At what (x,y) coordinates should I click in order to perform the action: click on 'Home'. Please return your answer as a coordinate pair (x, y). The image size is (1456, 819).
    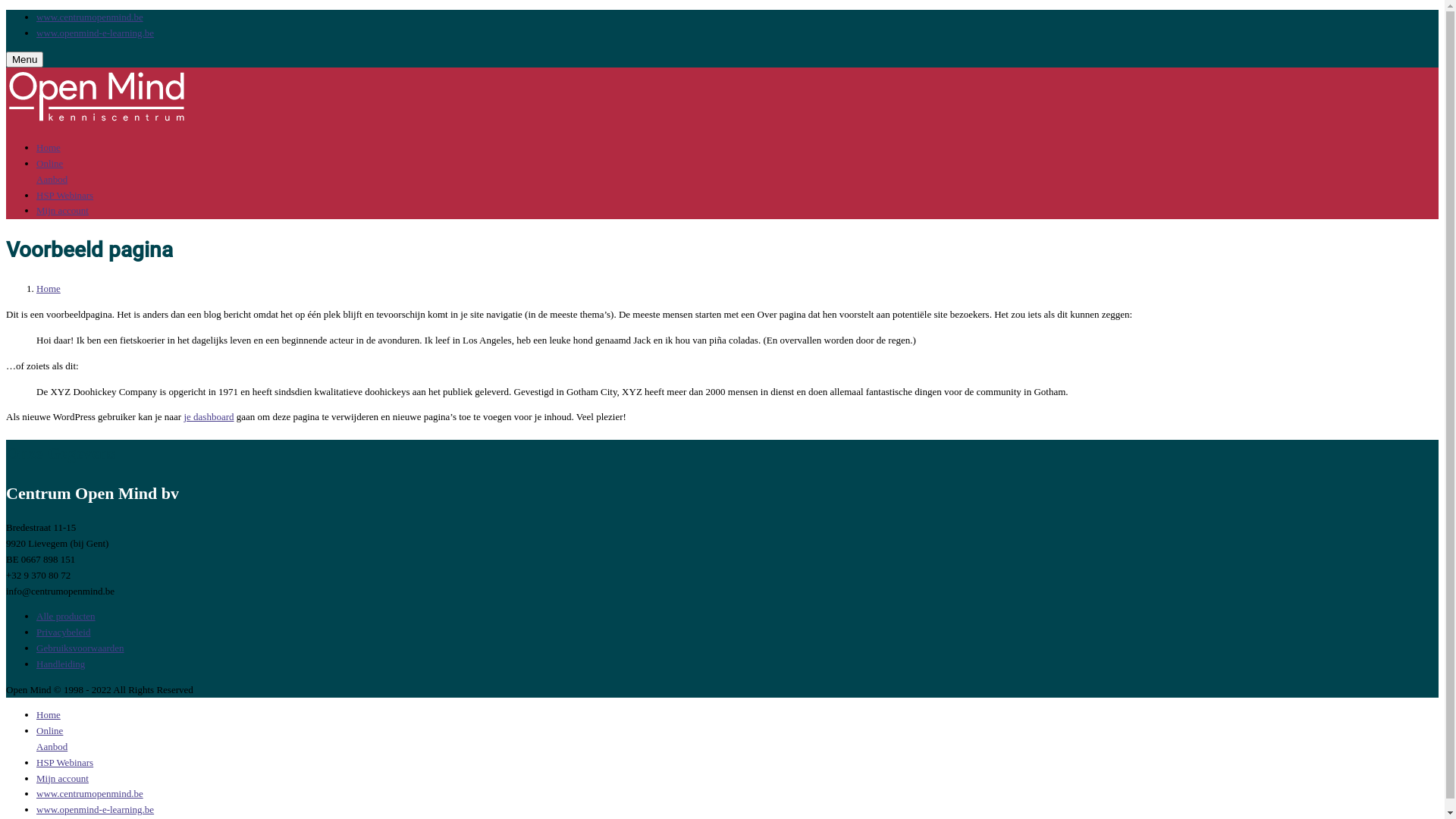
    Looking at the image, I should click on (48, 714).